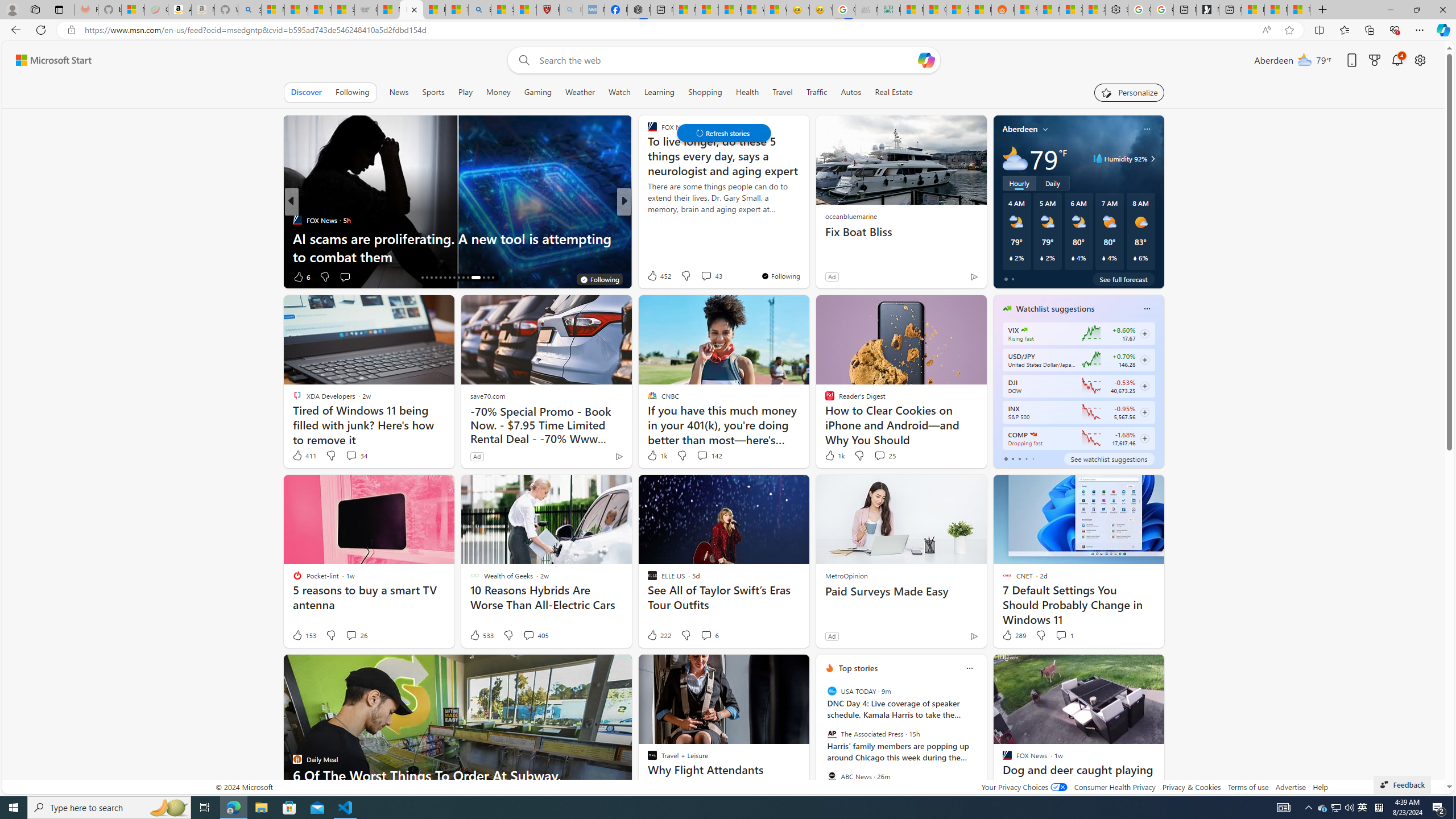 This screenshot has width=1456, height=819. What do you see at coordinates (1052, 183) in the screenshot?
I see `'Daily'` at bounding box center [1052, 183].